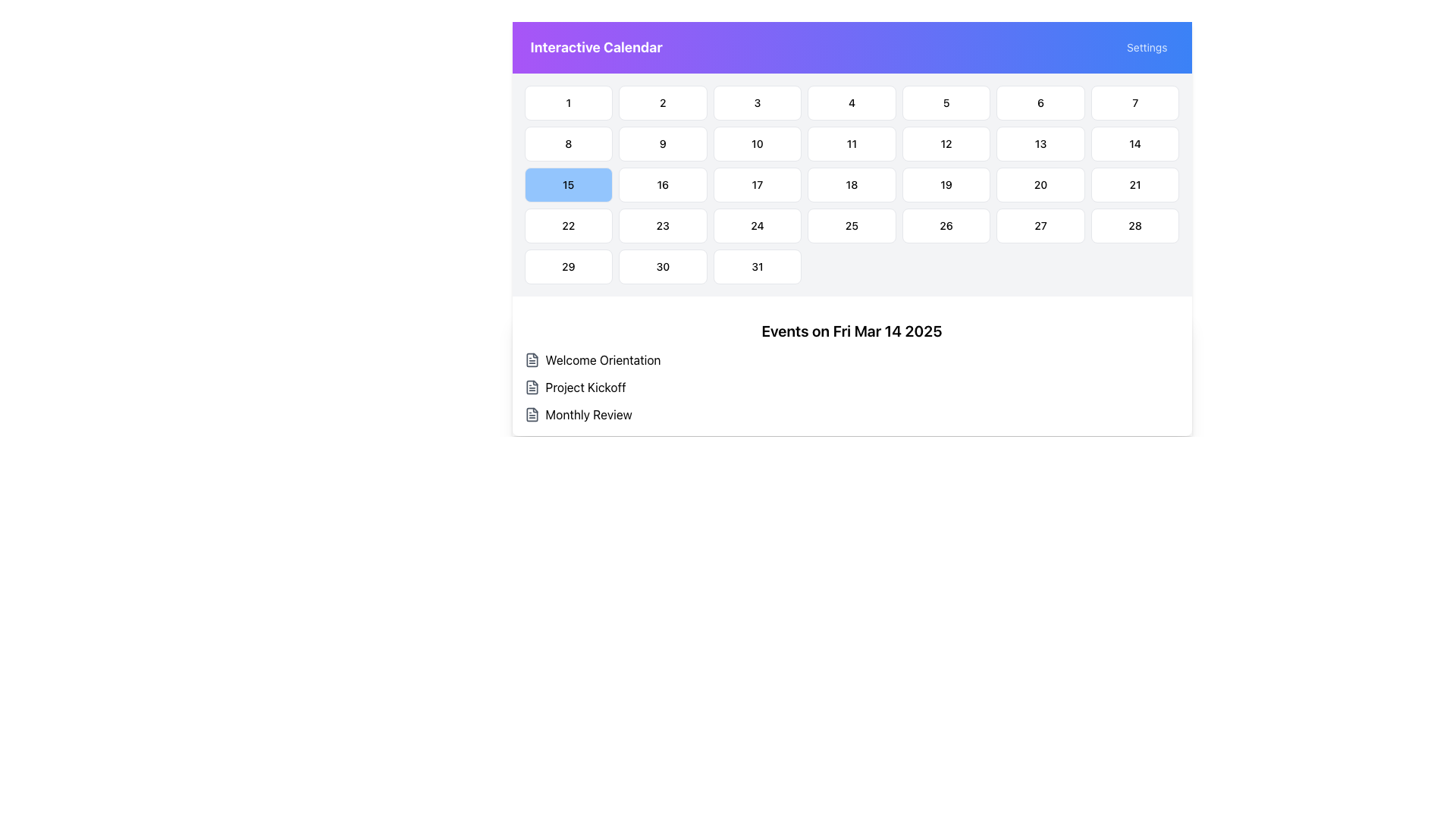  What do you see at coordinates (532, 415) in the screenshot?
I see `the icon representing the document associated with the 'Monthly Review' item, which is located to the left of the text in the list of events` at bounding box center [532, 415].